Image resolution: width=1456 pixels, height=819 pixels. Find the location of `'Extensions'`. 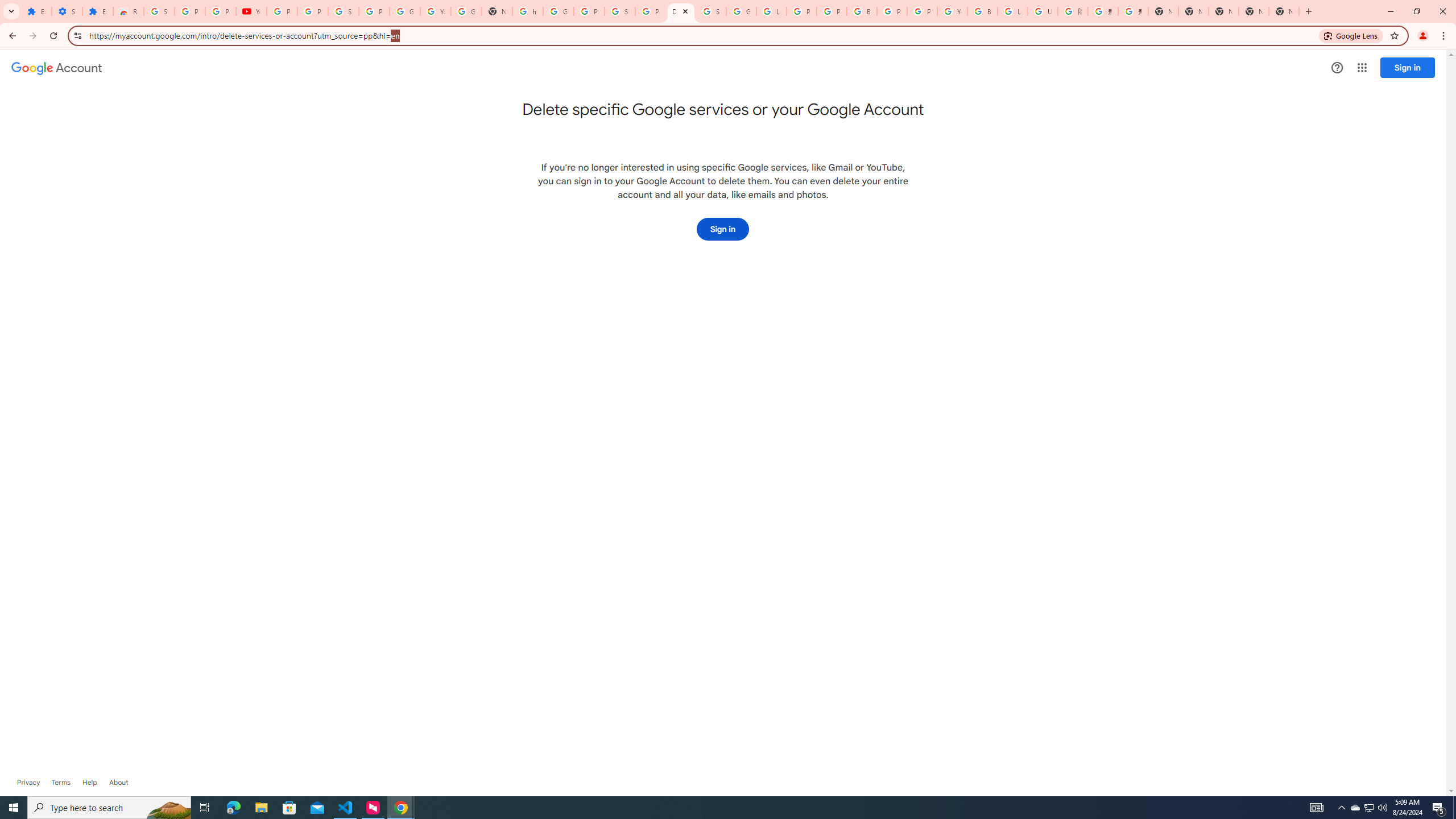

'Extensions' is located at coordinates (36, 11).